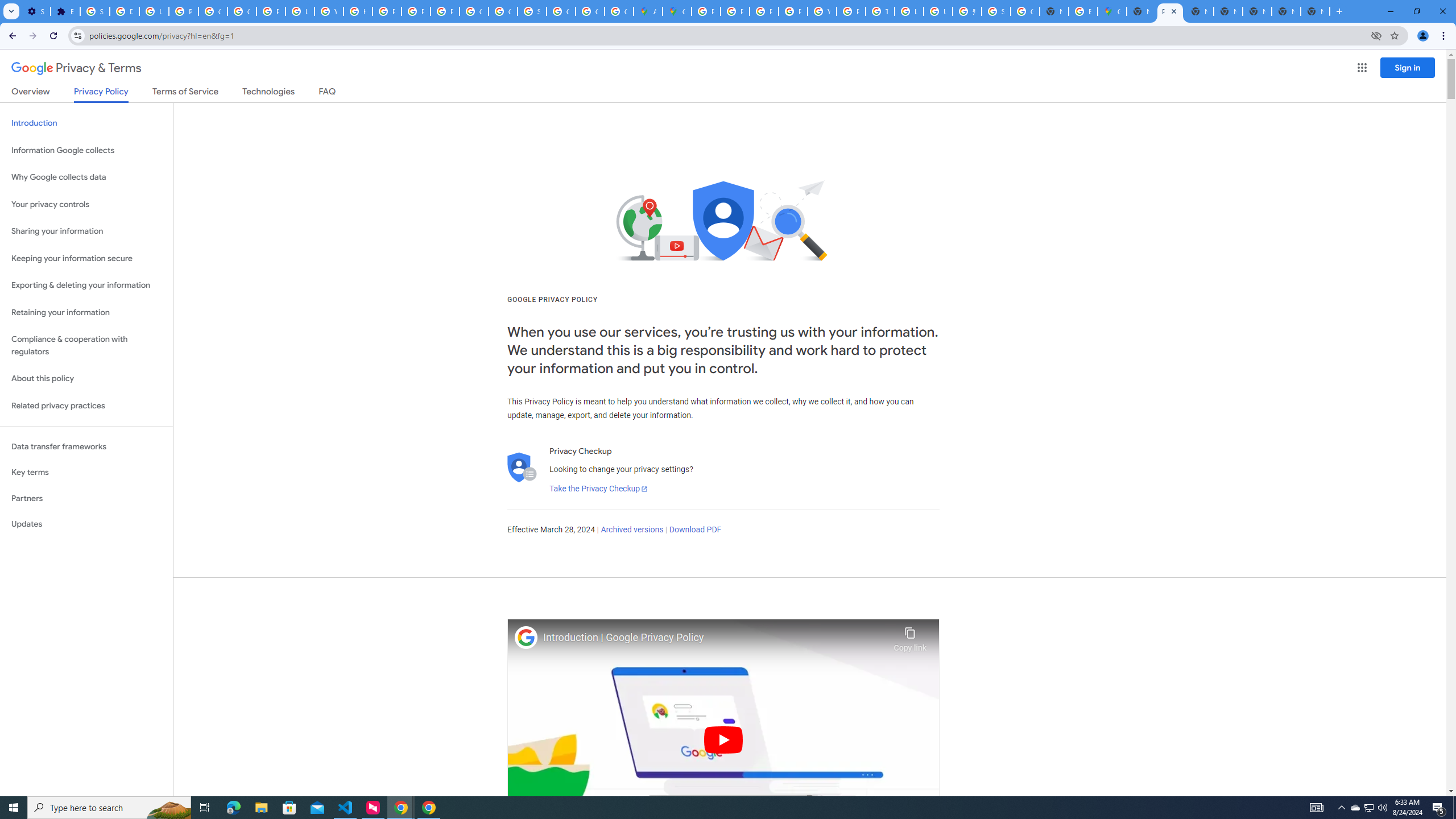  I want to click on 'Google Maps', so click(677, 11).